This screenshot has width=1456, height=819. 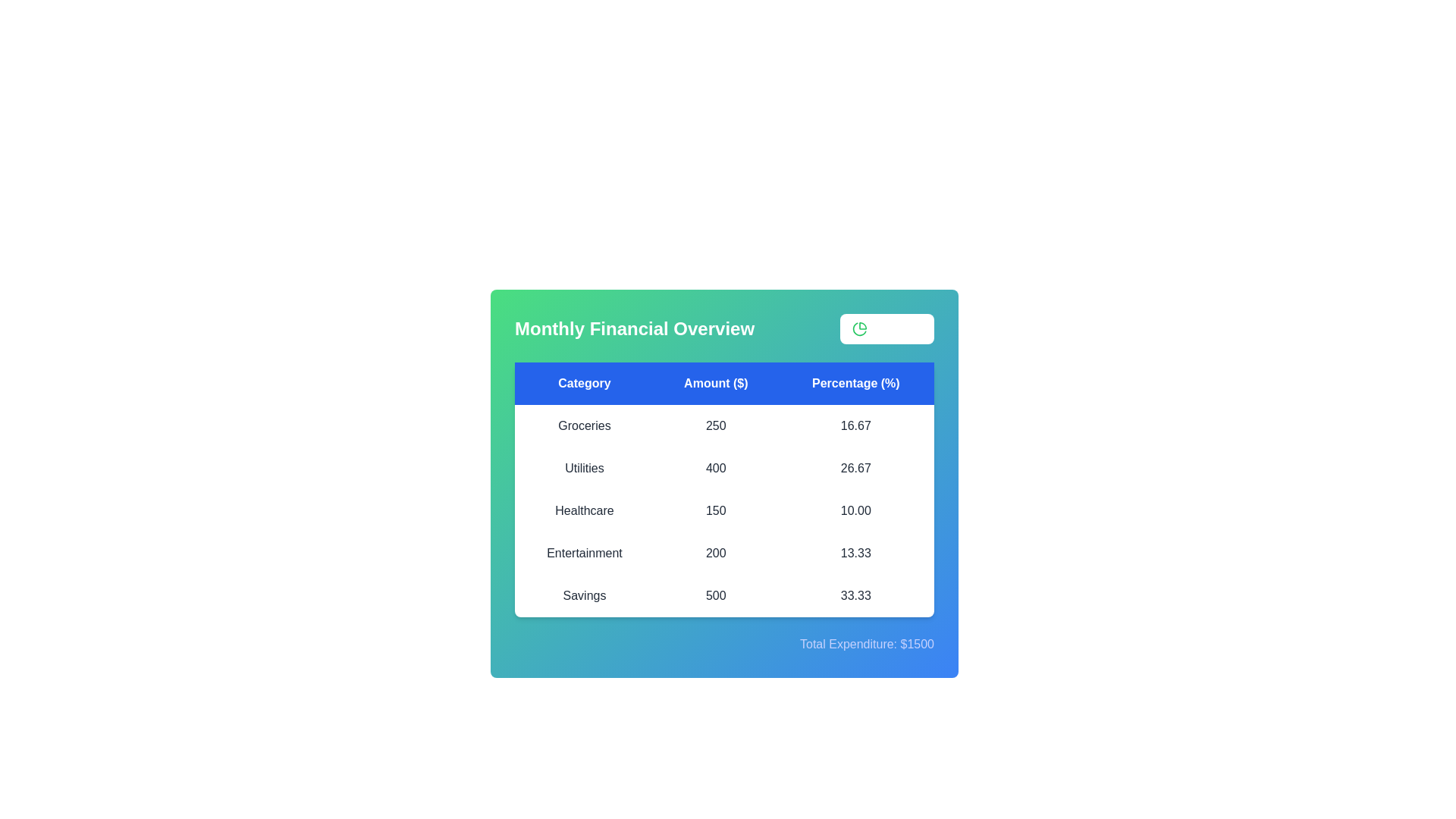 What do you see at coordinates (584, 553) in the screenshot?
I see `the row corresponding to a specific category Entertainment` at bounding box center [584, 553].